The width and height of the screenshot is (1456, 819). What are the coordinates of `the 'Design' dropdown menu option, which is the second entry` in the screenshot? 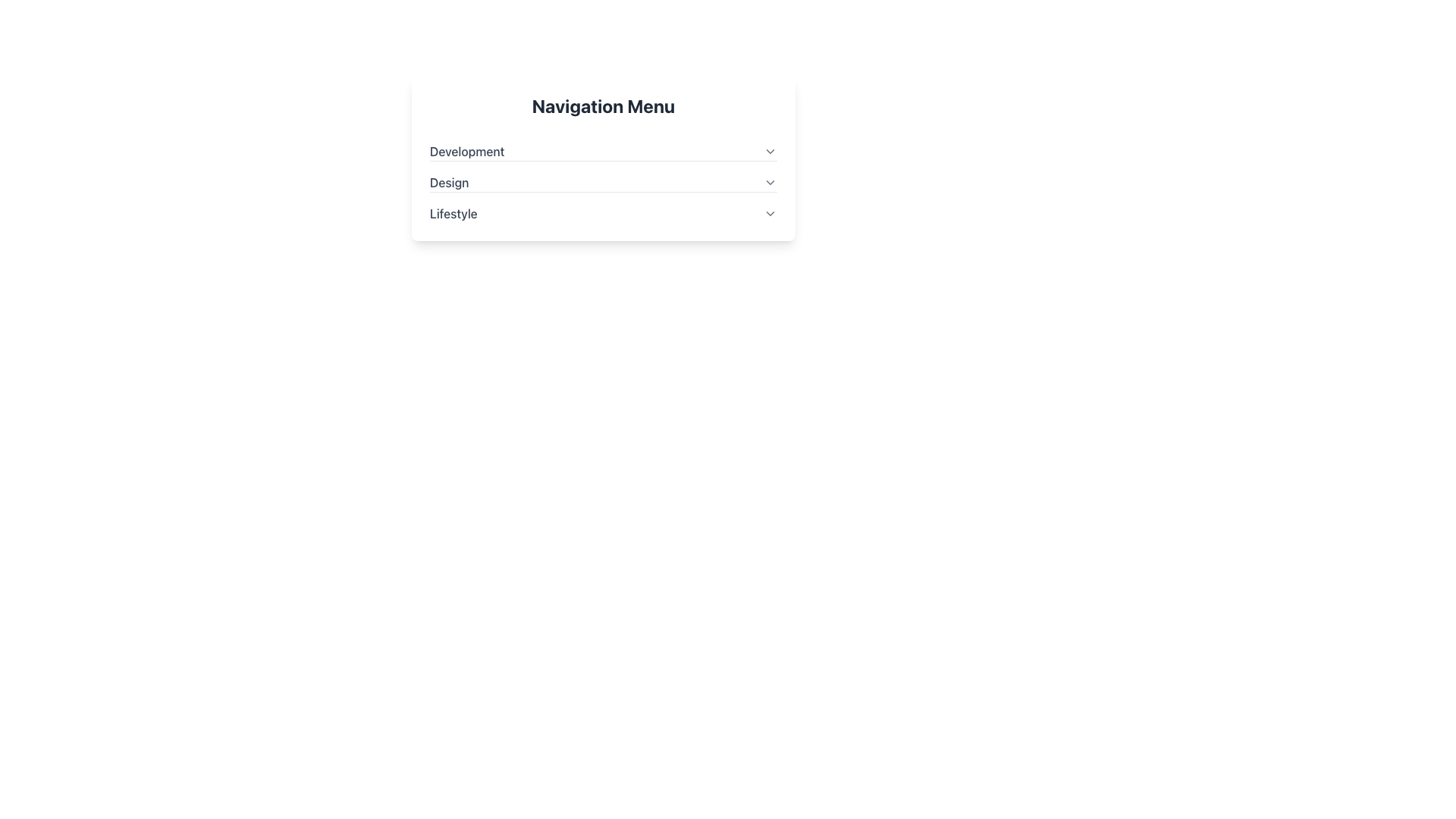 It's located at (603, 181).